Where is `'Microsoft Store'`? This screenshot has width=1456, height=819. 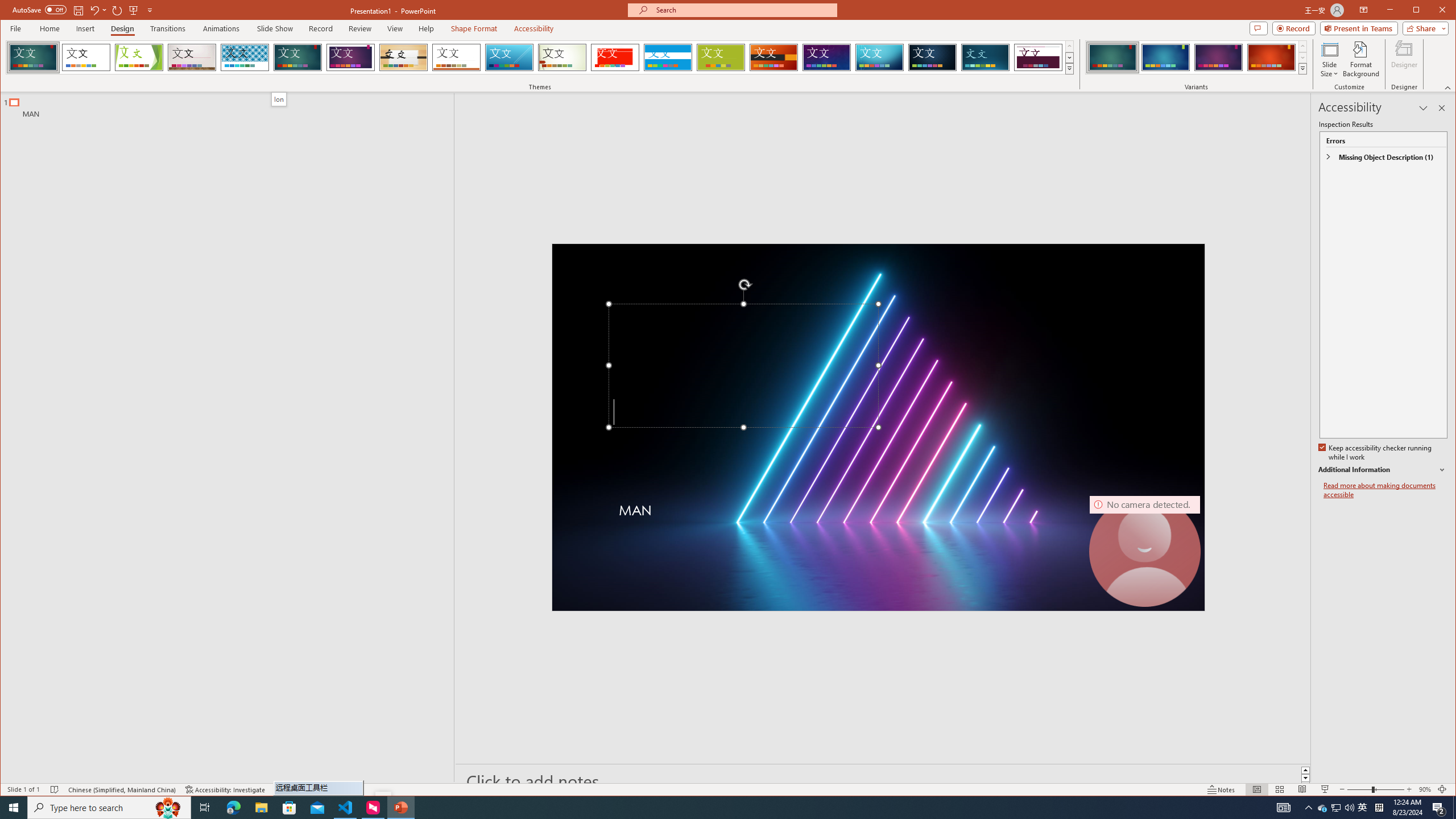
'Microsoft Store' is located at coordinates (289, 806).